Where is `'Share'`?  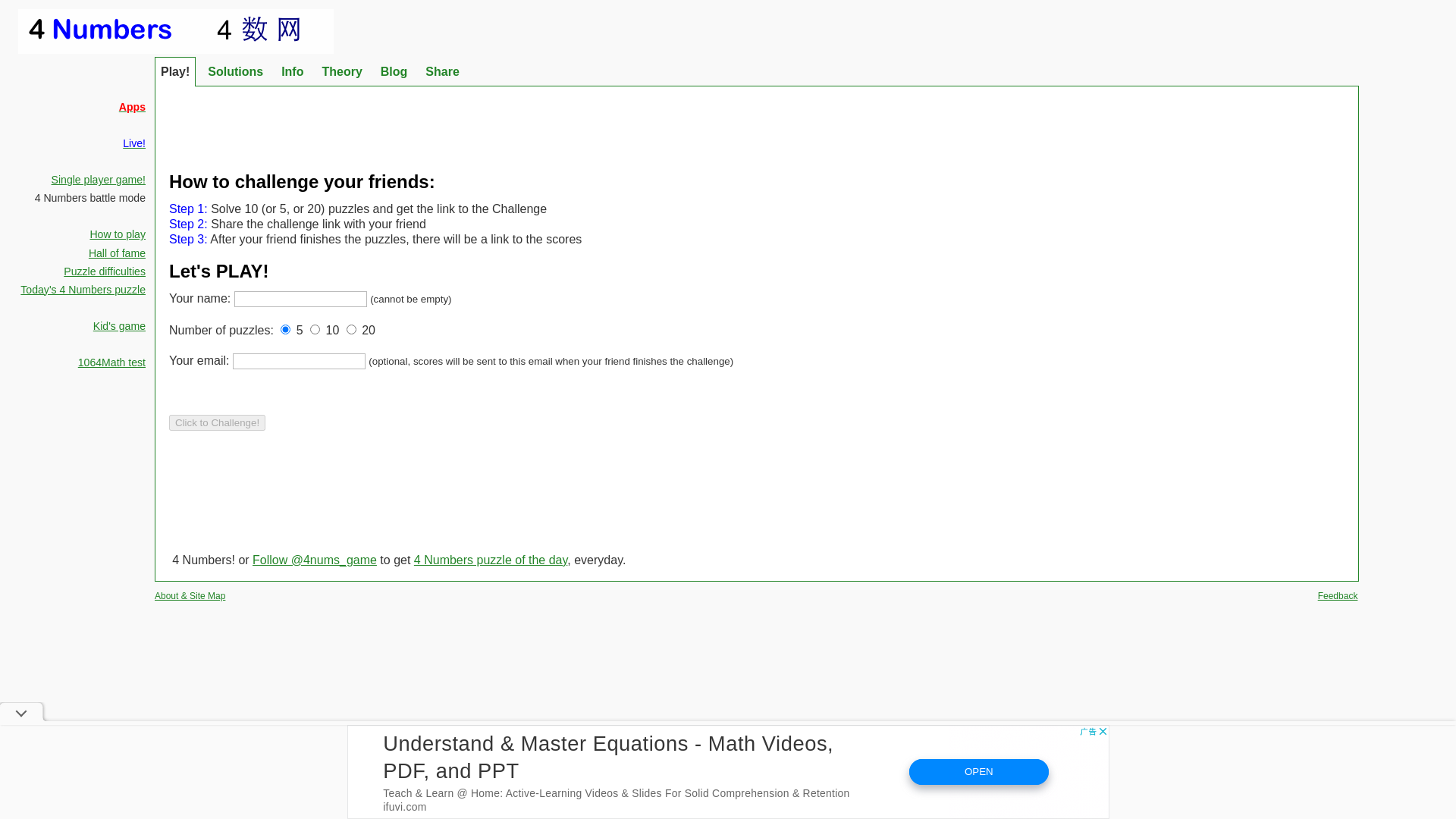 'Share' is located at coordinates (441, 72).